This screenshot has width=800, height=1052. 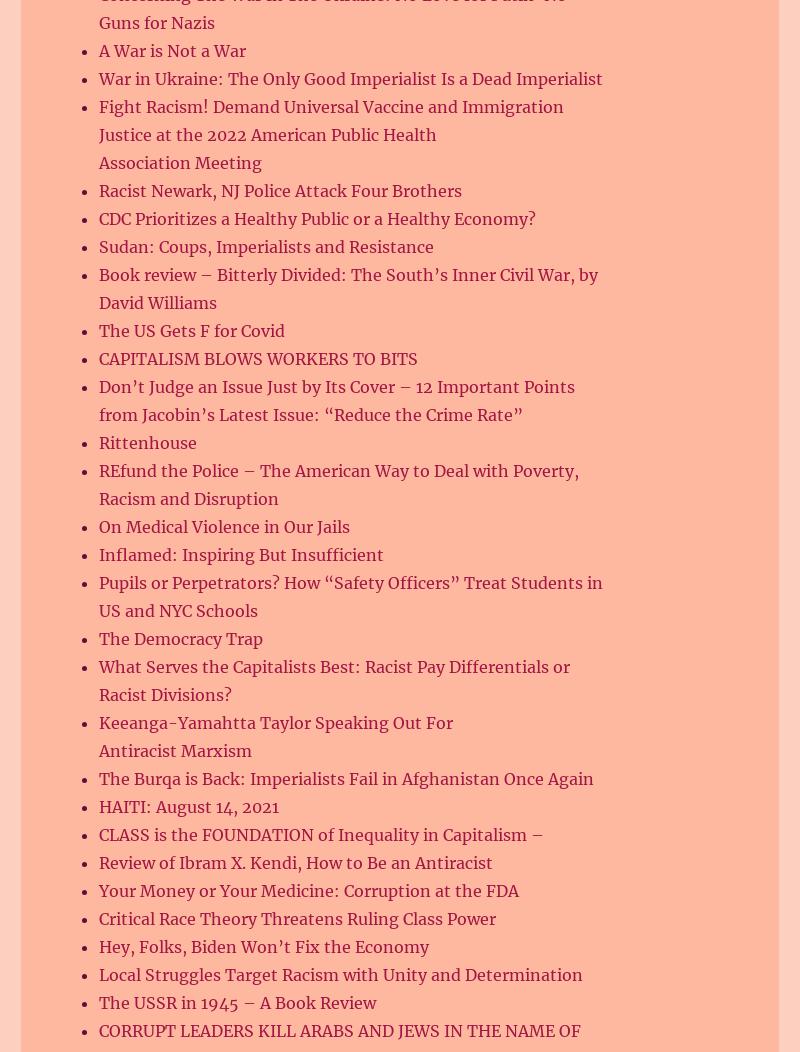 What do you see at coordinates (98, 737) in the screenshot?
I see `'Keeanga-Yamahtta Taylor Speaking Out For Antiracist Marxism'` at bounding box center [98, 737].